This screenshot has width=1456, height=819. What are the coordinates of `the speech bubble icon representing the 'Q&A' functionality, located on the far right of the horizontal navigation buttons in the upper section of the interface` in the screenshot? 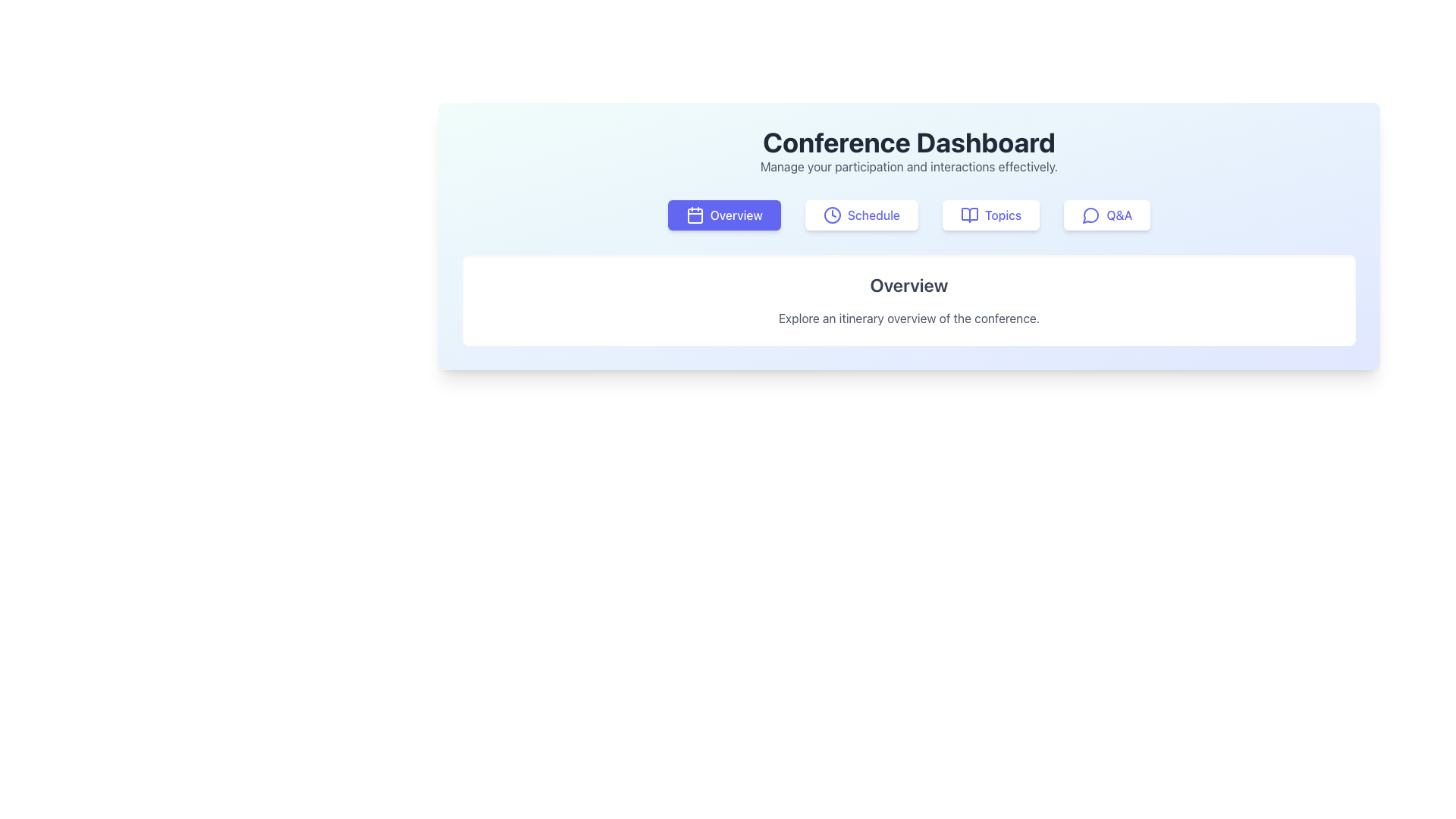 It's located at (1090, 215).